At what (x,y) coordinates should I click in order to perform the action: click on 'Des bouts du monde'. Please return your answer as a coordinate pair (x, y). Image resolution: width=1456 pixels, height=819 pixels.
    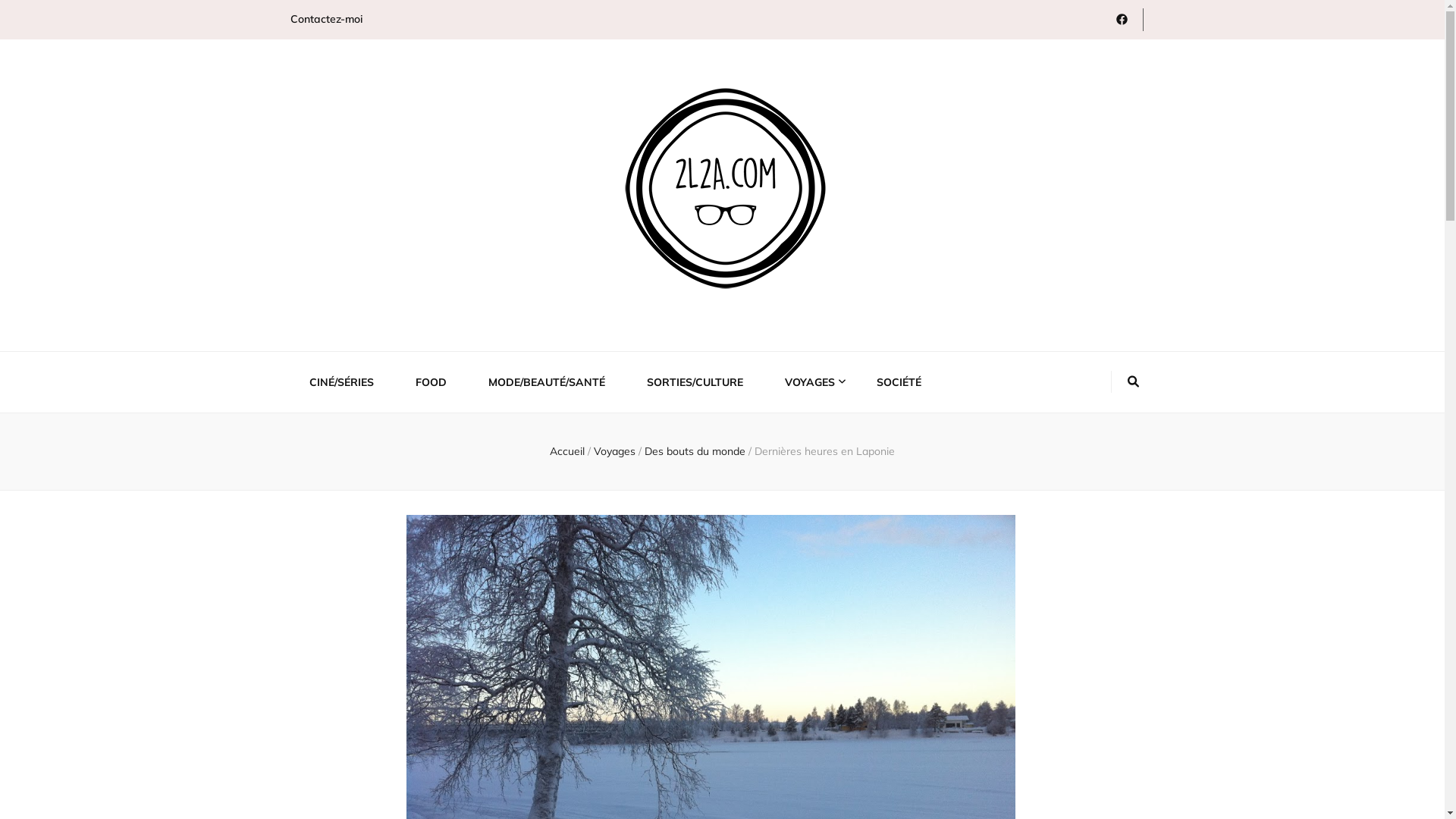
    Looking at the image, I should click on (695, 450).